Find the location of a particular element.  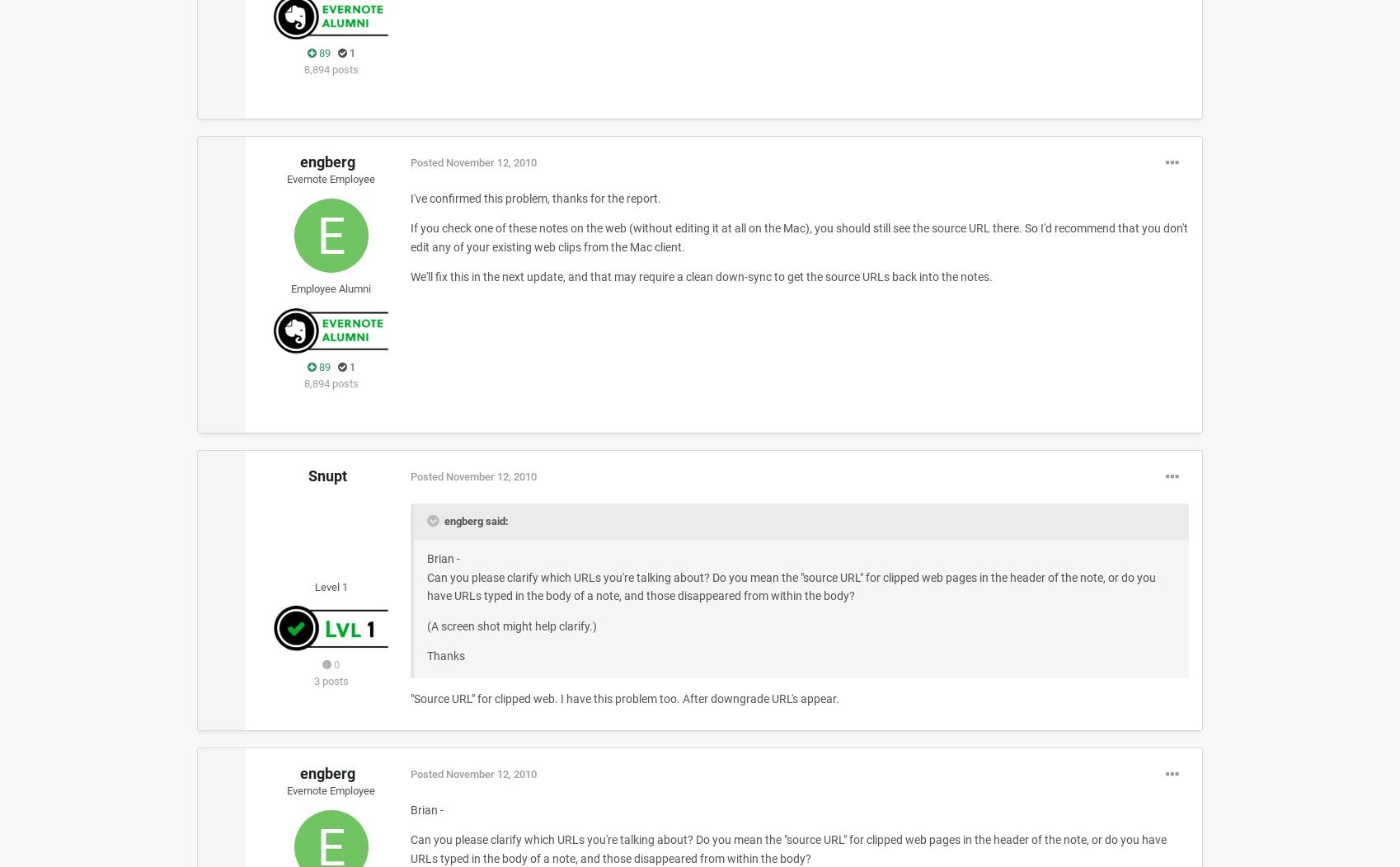

'Employee Alumni' is located at coordinates (331, 288).